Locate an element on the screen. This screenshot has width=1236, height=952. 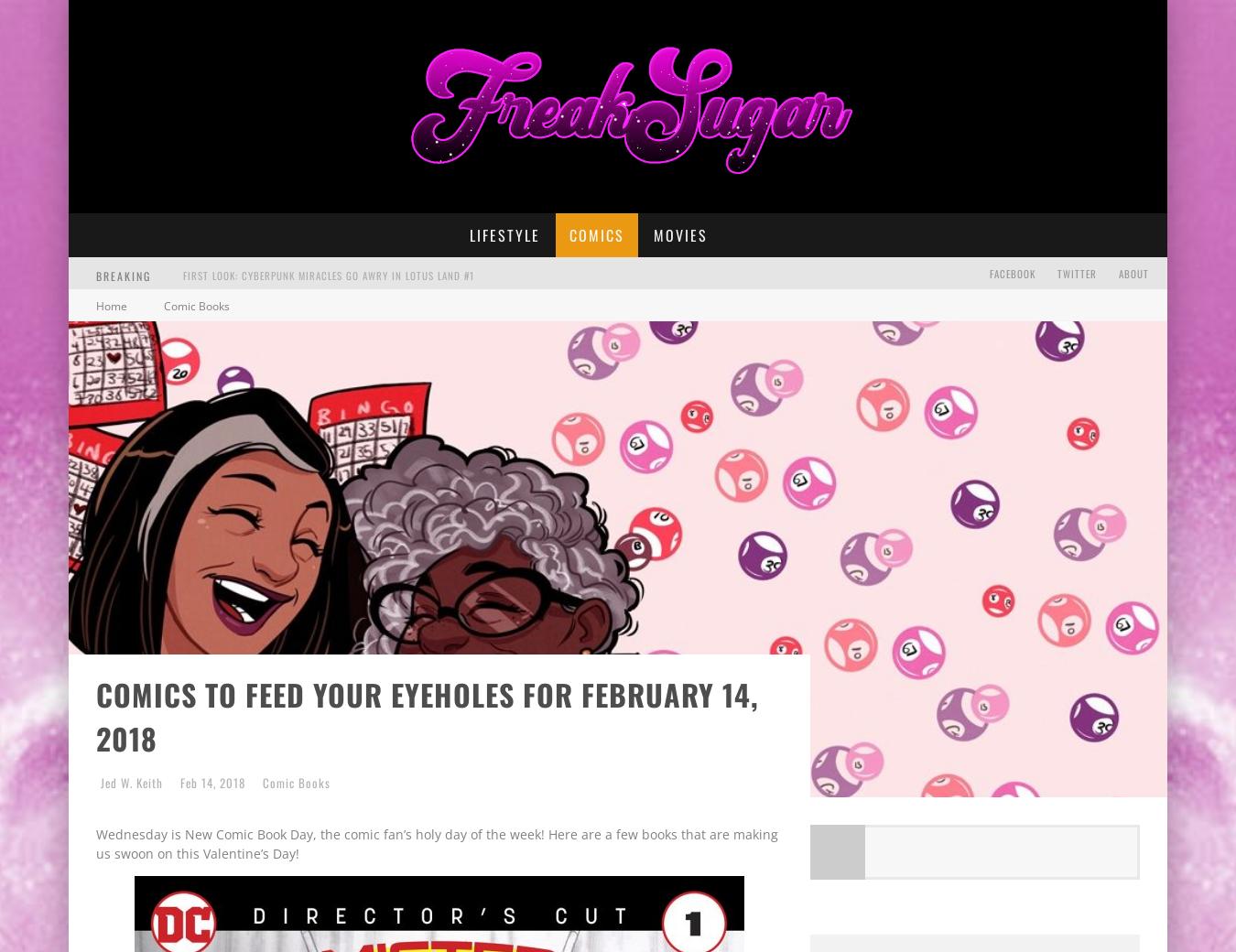
'Comics' is located at coordinates (595, 234).